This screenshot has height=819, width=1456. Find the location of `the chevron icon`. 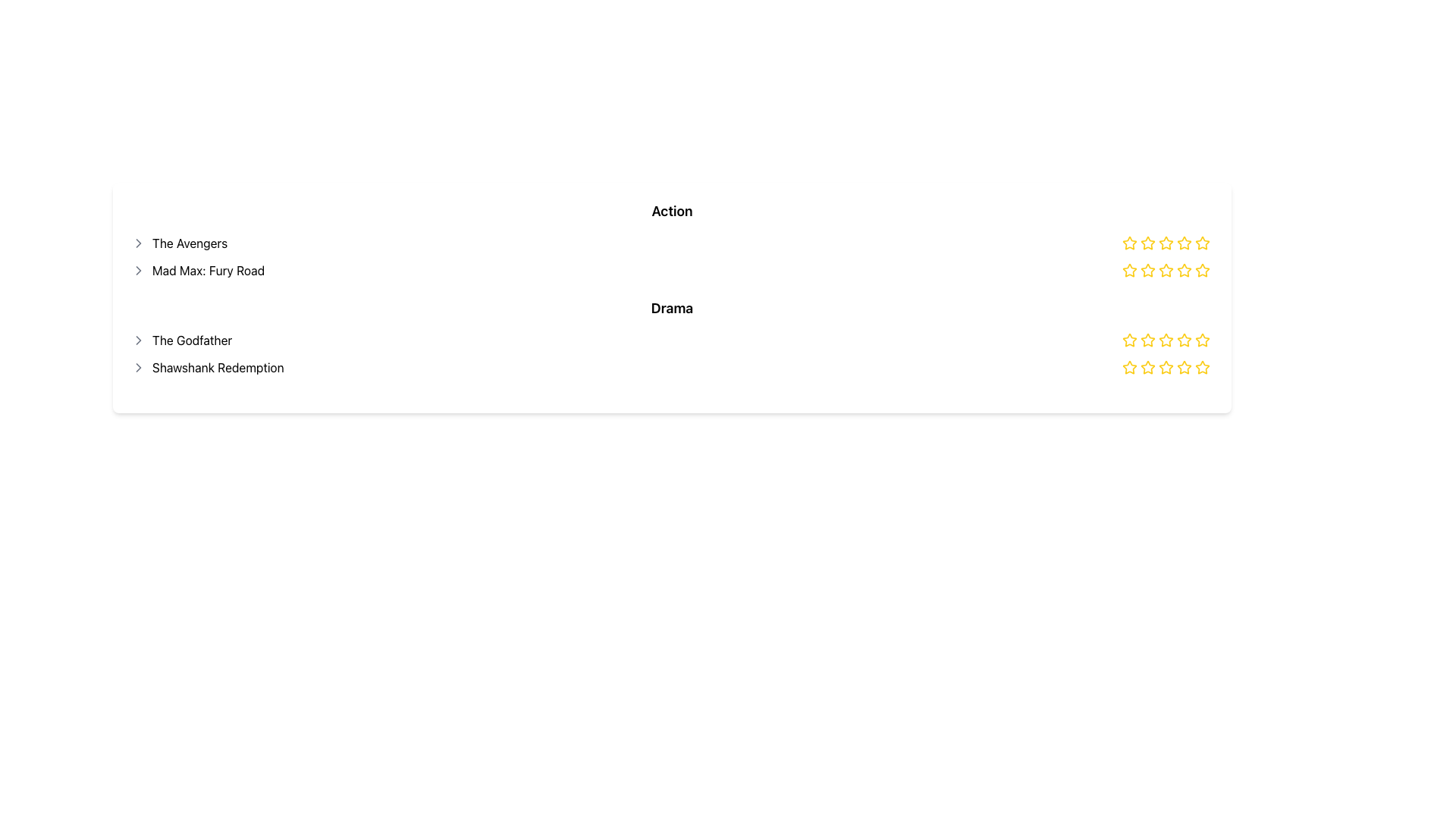

the chevron icon is located at coordinates (138, 368).